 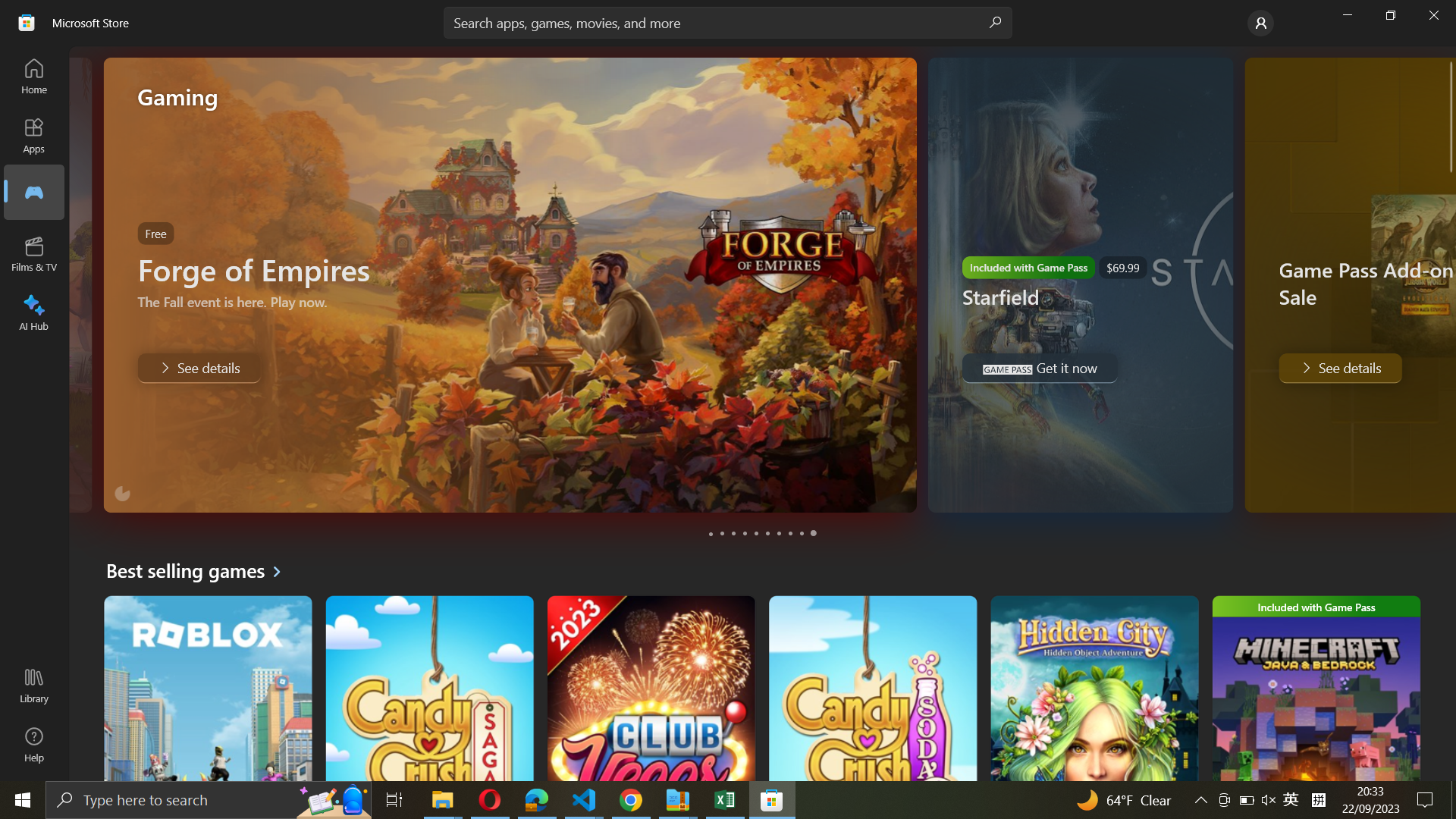 What do you see at coordinates (33, 191) in the screenshot?
I see `the Games tab` at bounding box center [33, 191].